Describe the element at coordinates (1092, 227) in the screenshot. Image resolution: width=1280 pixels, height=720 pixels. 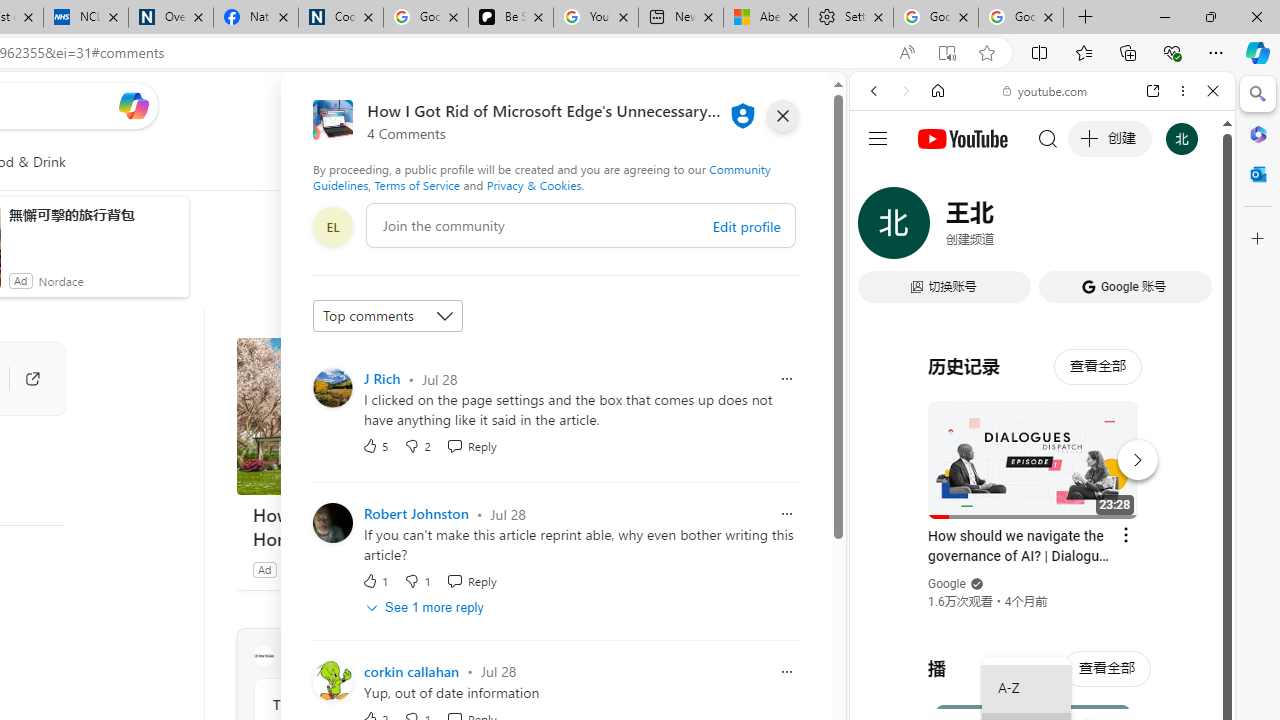
I see `'SEARCH TOOLS'` at that location.